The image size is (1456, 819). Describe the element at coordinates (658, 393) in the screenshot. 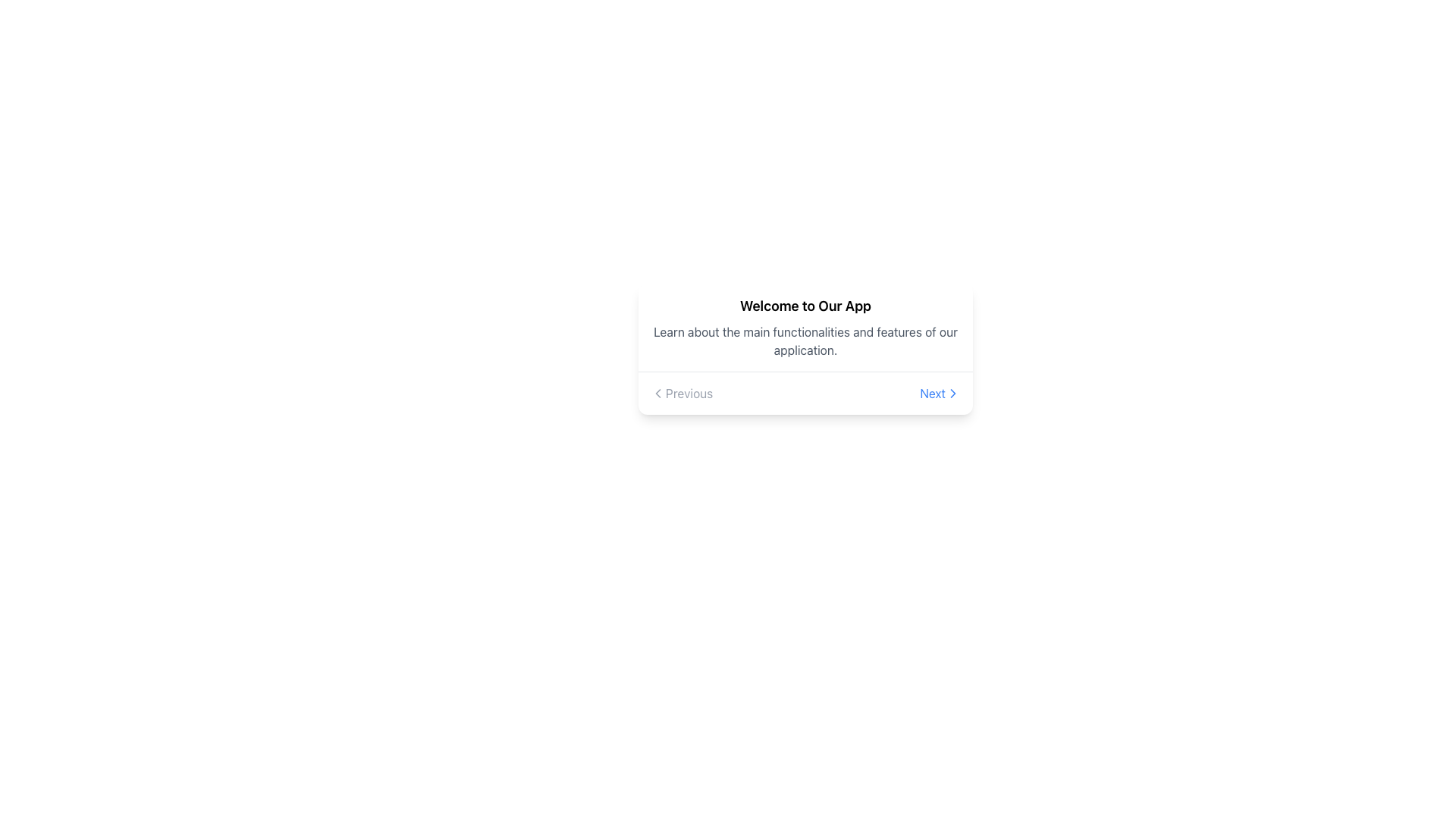

I see `the left-pointing chevron arrow icon next to the 'Previous' text in the navigation button at the bottom-left of the card` at that location.